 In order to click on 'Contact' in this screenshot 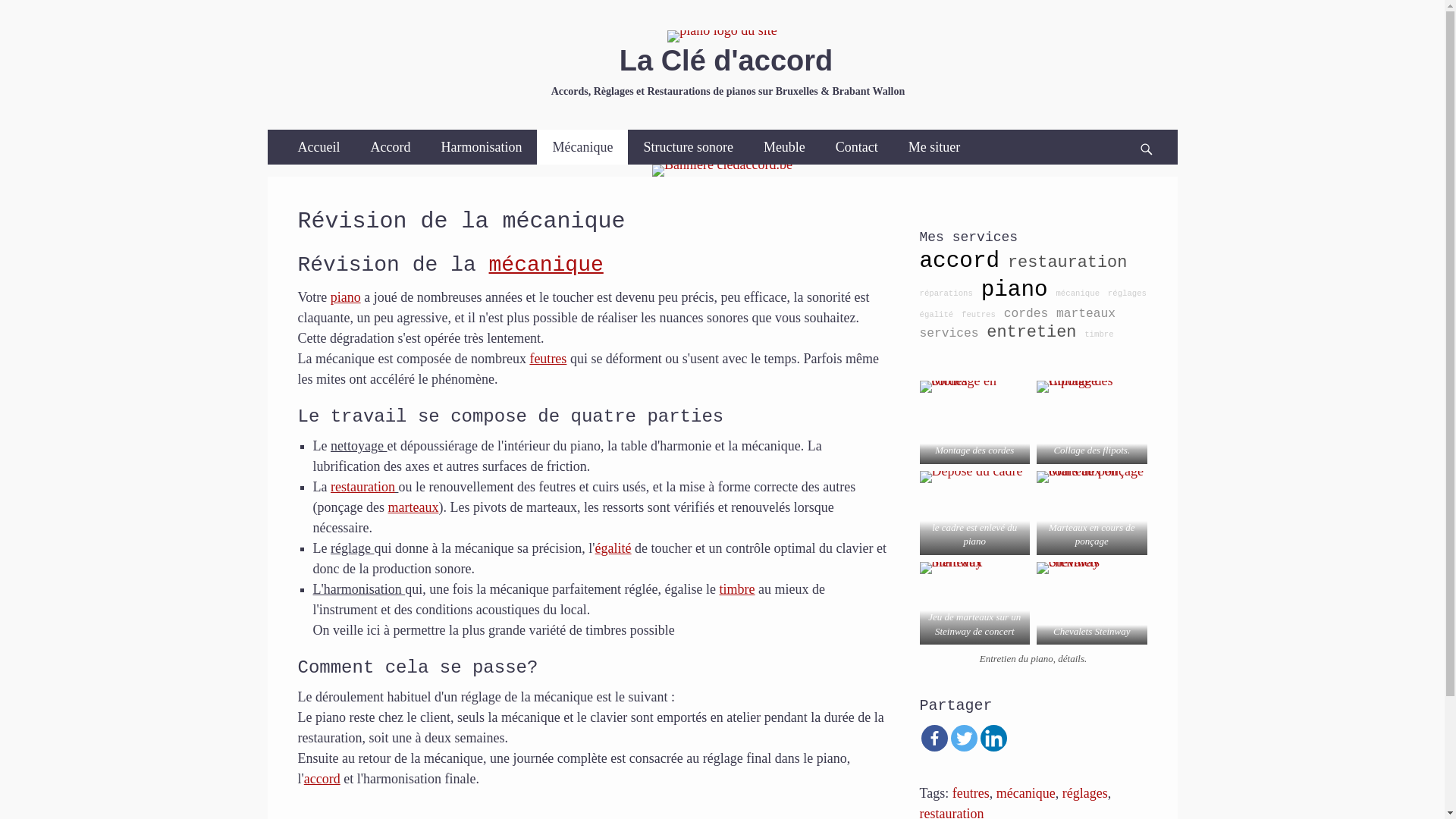, I will do `click(856, 146)`.